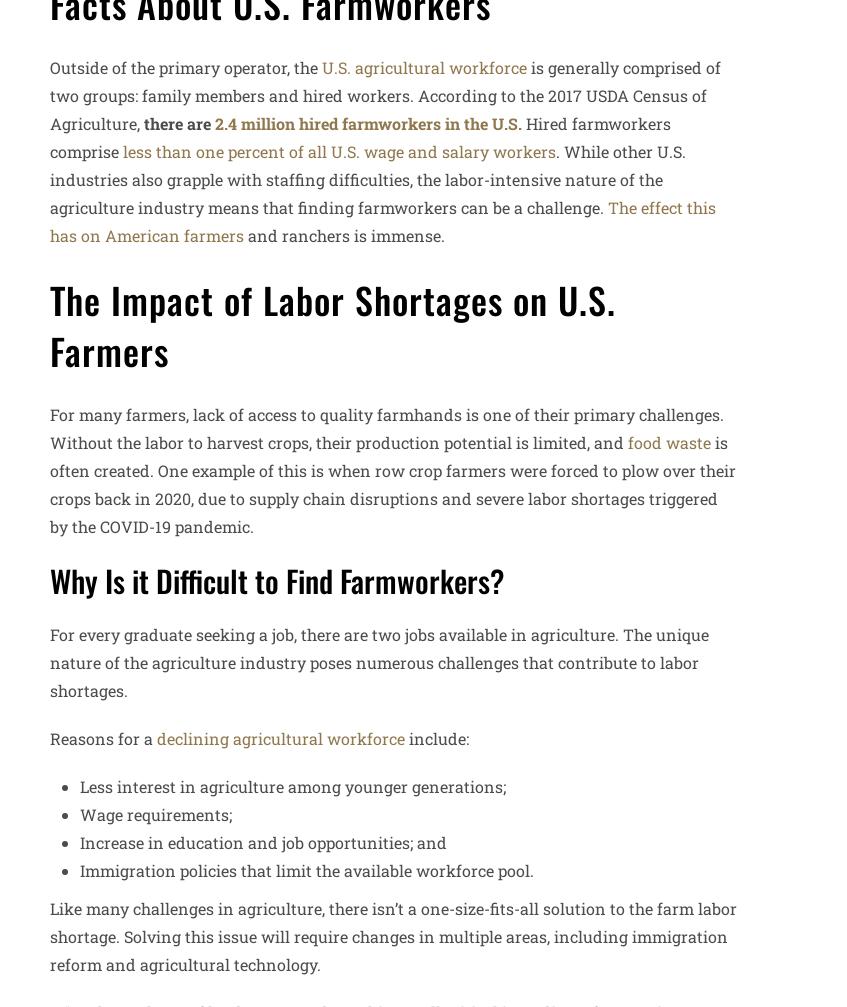 The height and width of the screenshot is (1007, 847). I want to click on 'Reasons for a', so click(103, 737).